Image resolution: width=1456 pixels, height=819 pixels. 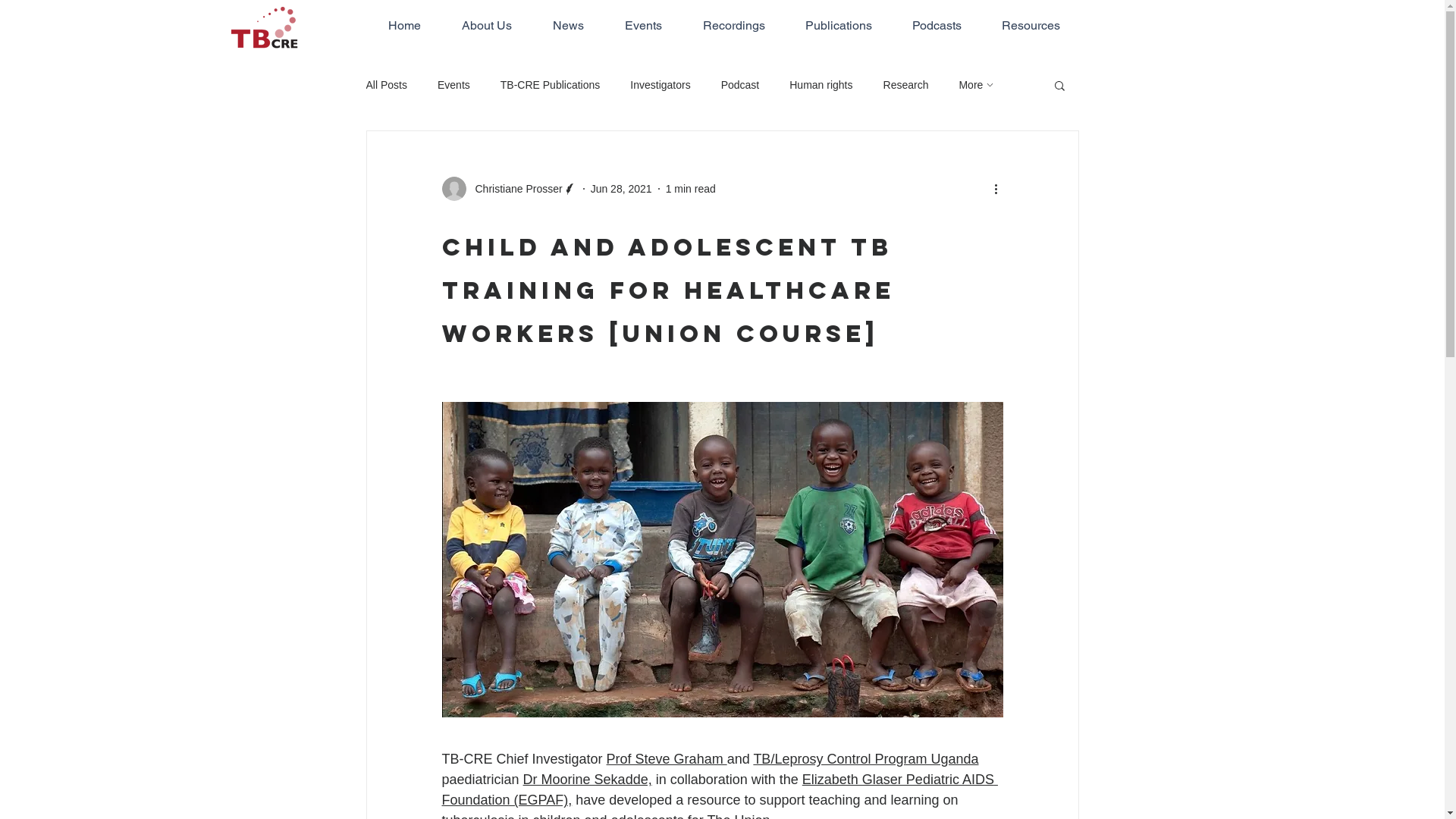 What do you see at coordinates (820, 84) in the screenshot?
I see `'Human rights'` at bounding box center [820, 84].